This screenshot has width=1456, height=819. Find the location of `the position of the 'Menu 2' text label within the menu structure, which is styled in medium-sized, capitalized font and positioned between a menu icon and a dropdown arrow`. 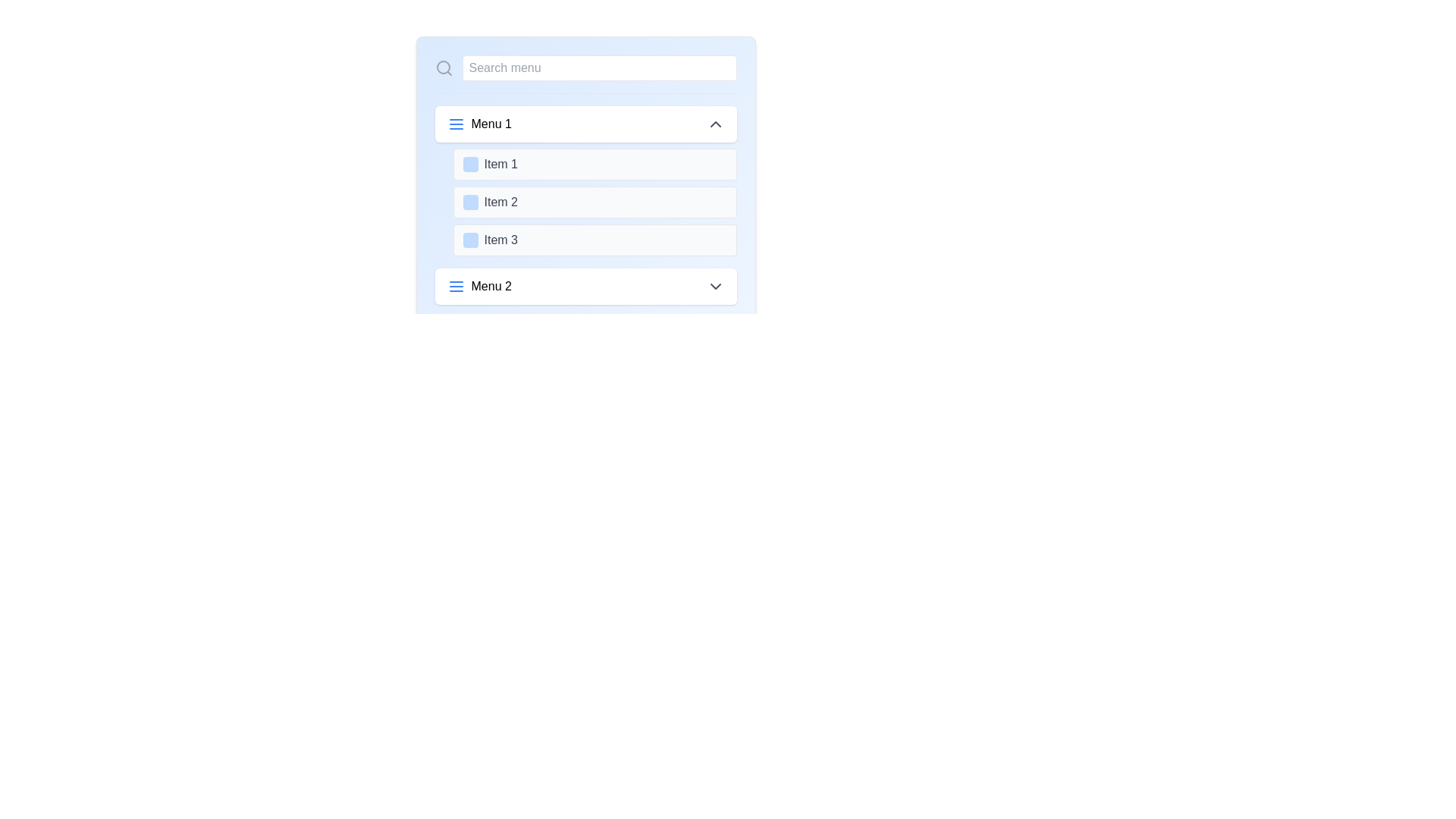

the position of the 'Menu 2' text label within the menu structure, which is styled in medium-sized, capitalized font and positioned between a menu icon and a dropdown arrow is located at coordinates (491, 287).